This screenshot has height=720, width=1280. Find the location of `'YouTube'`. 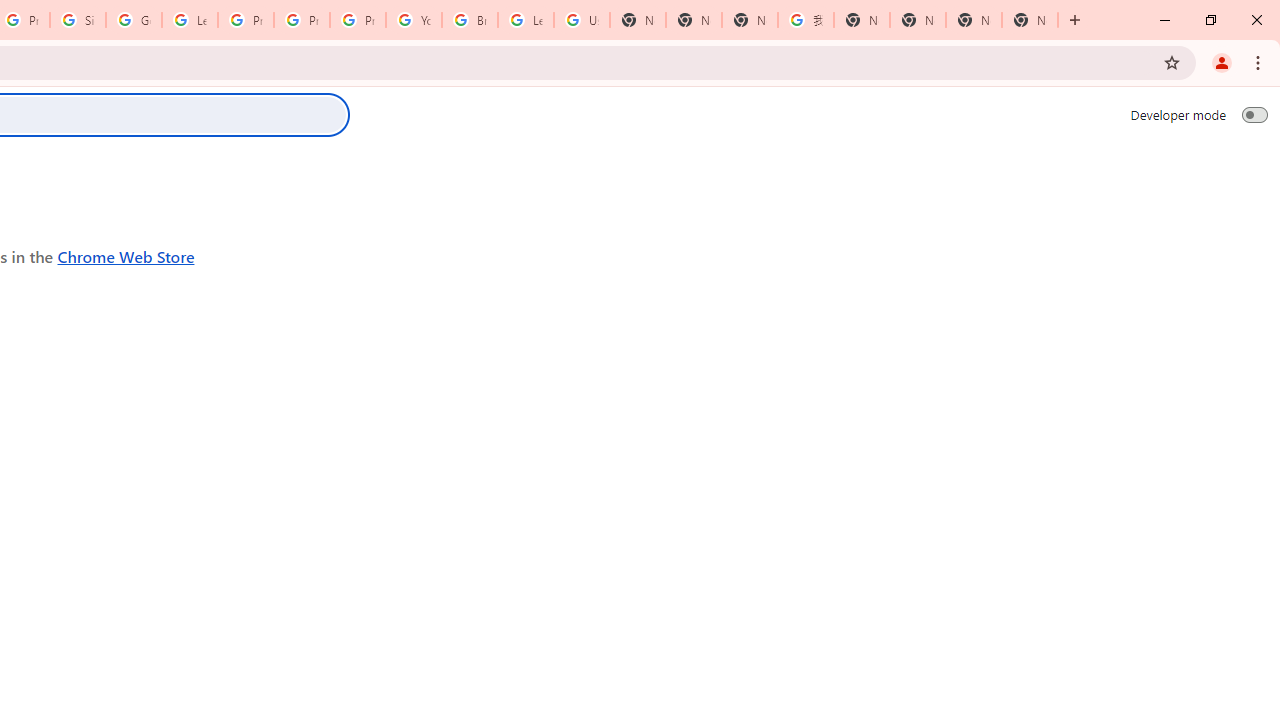

'YouTube' is located at coordinates (413, 20).